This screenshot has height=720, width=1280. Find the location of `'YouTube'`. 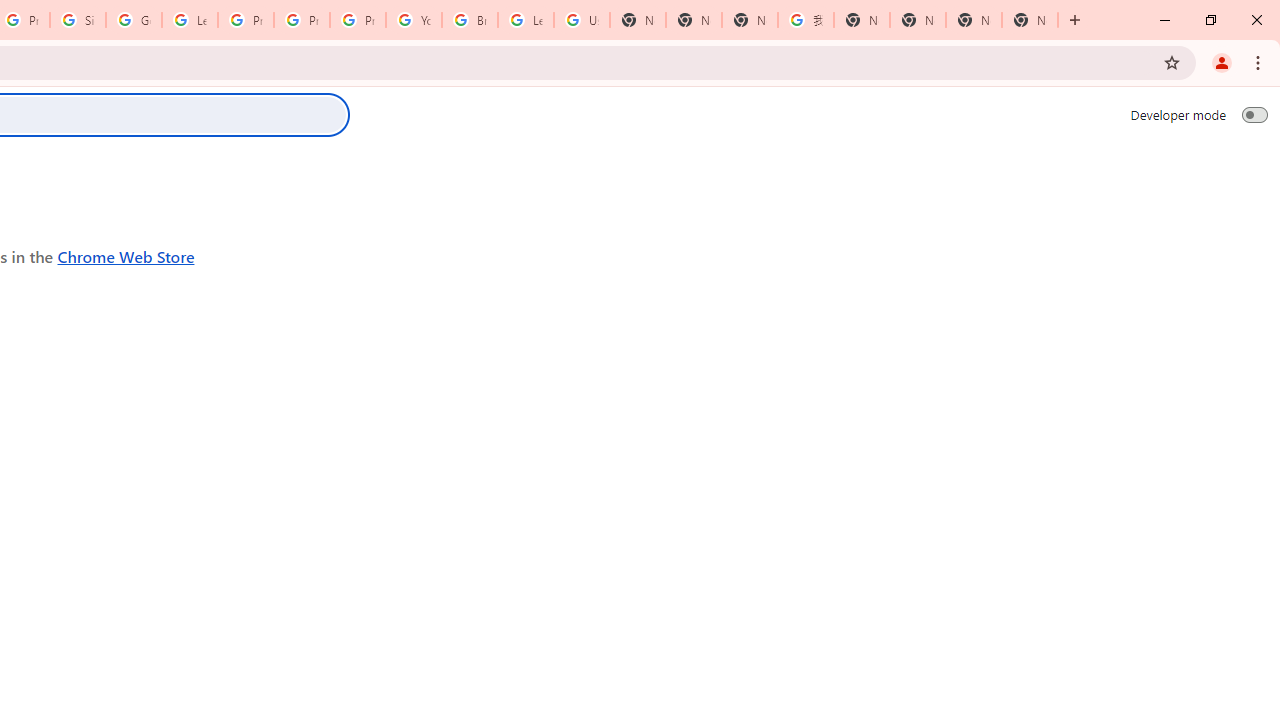

'YouTube' is located at coordinates (413, 20).